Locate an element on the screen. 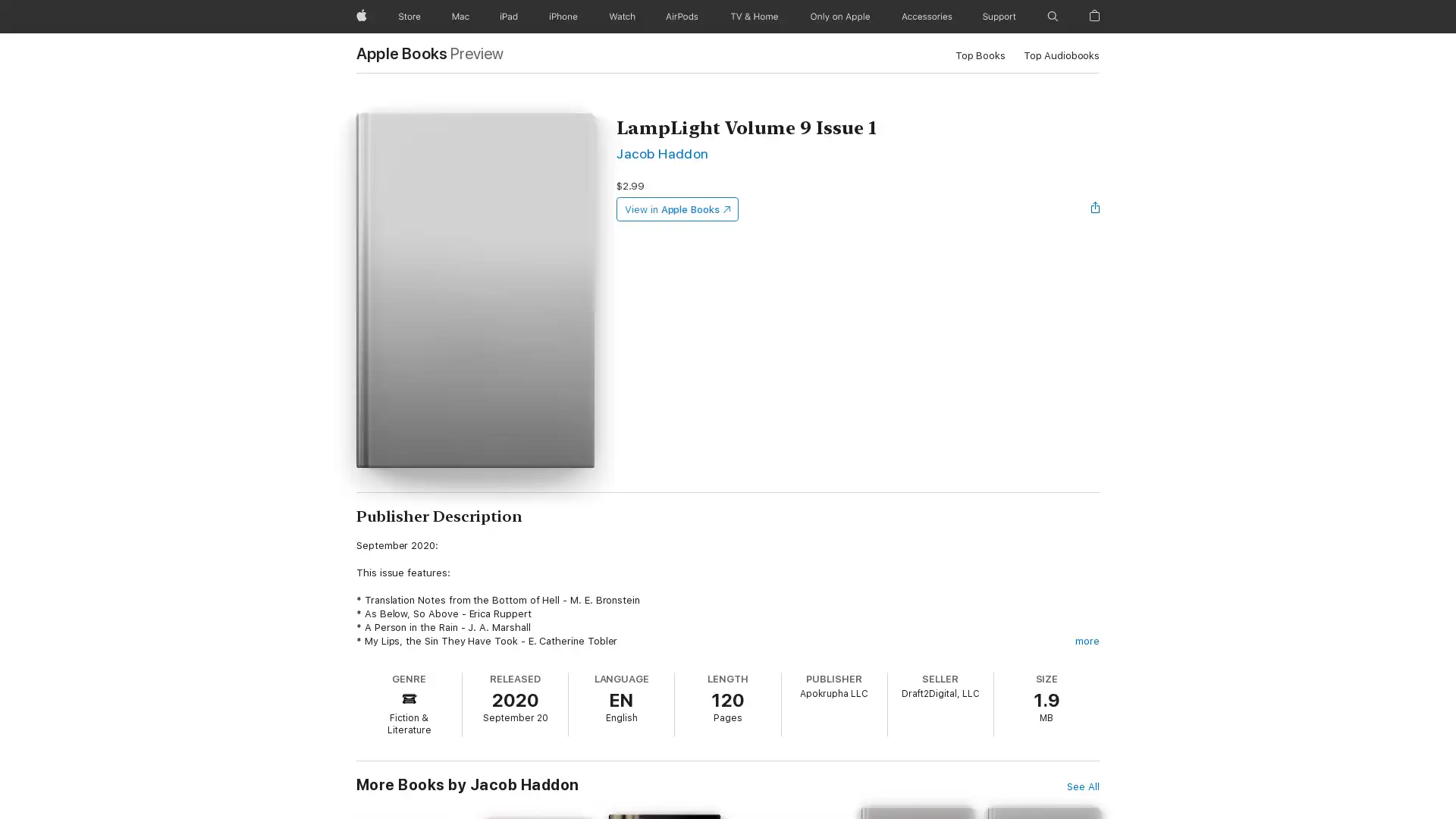  View in Apple Books is located at coordinates (676, 209).